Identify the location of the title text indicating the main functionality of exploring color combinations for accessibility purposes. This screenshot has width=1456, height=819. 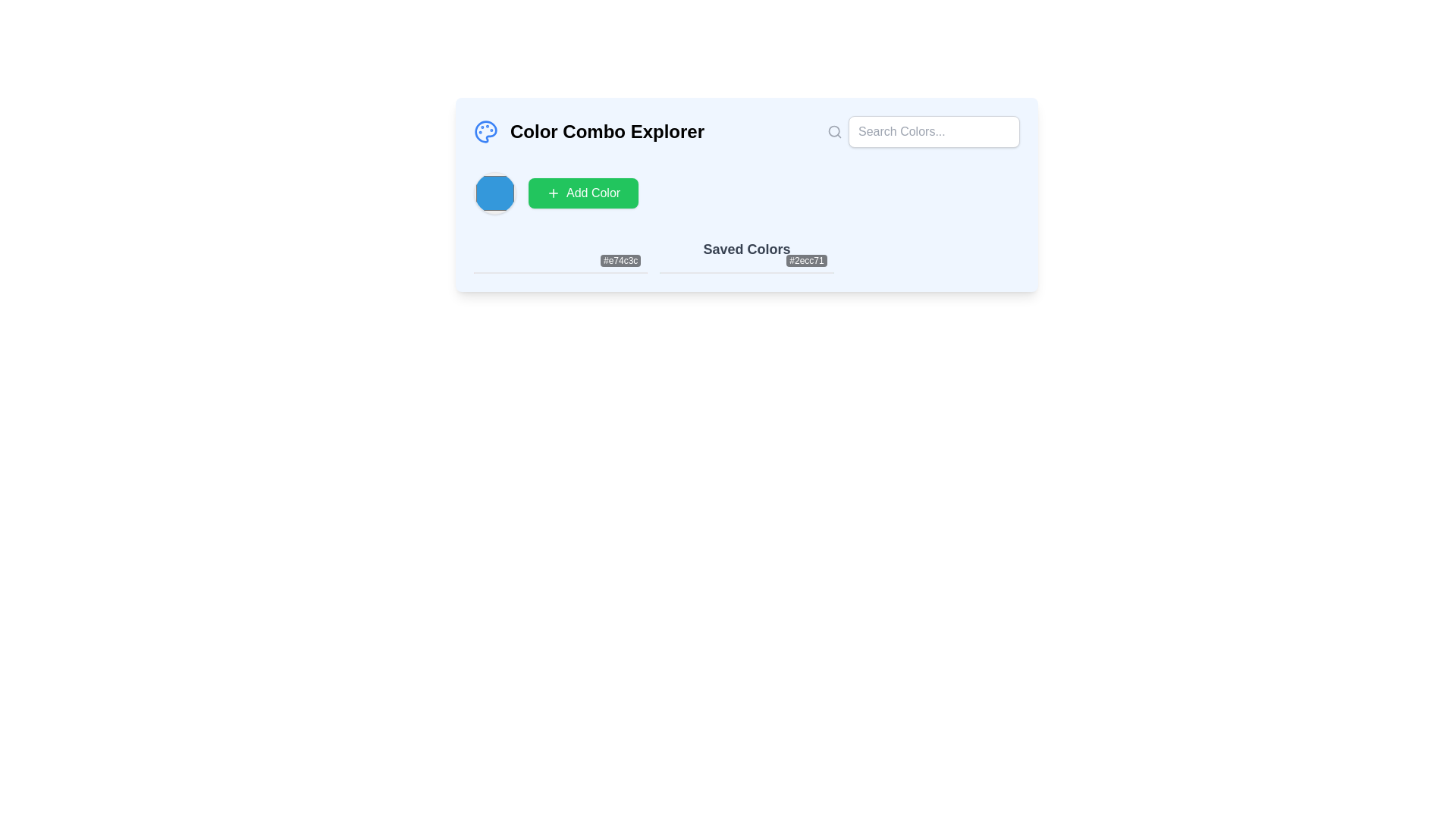
(607, 130).